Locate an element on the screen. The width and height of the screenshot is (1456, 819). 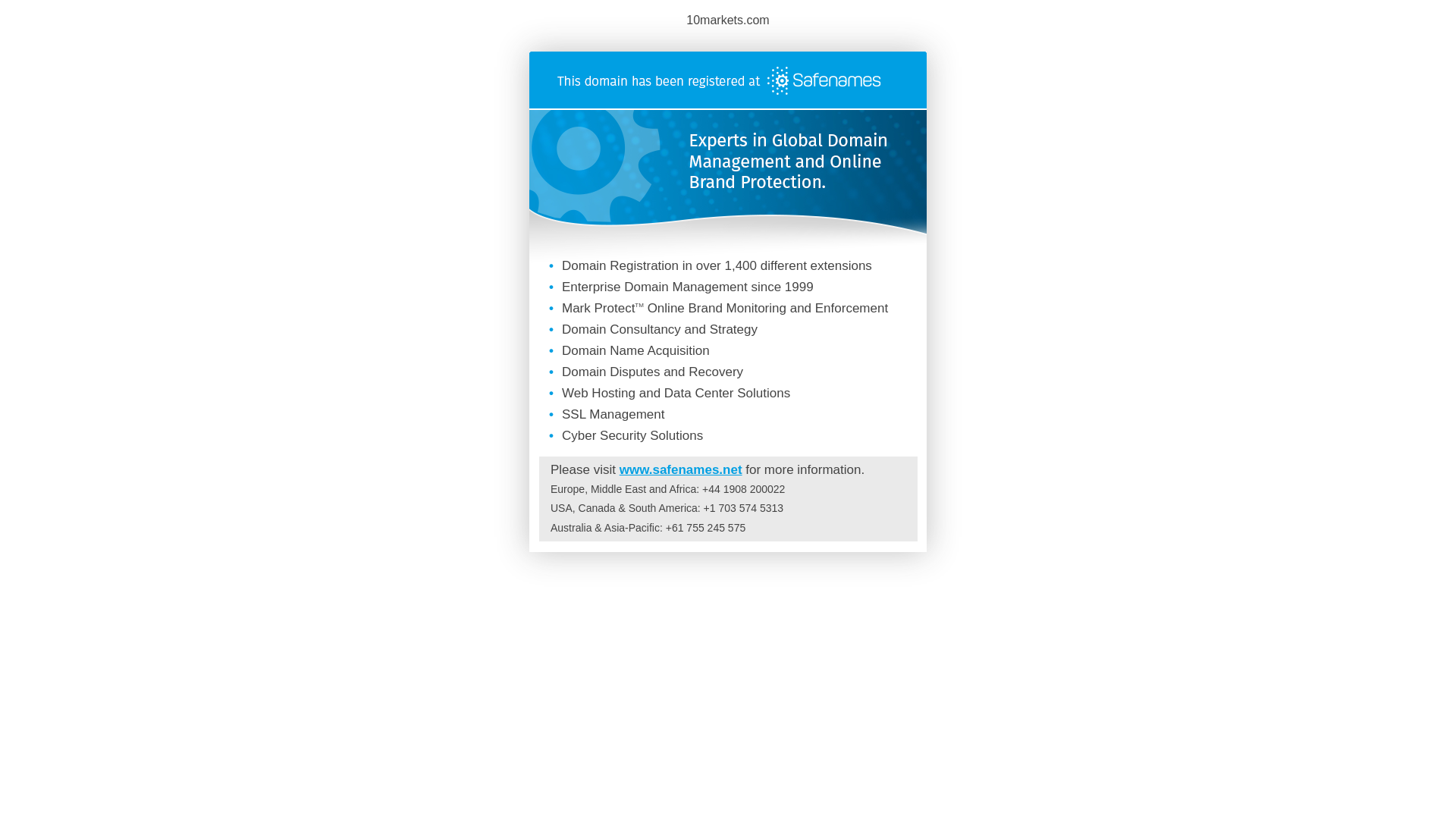
'www.safenames.net' is located at coordinates (679, 469).